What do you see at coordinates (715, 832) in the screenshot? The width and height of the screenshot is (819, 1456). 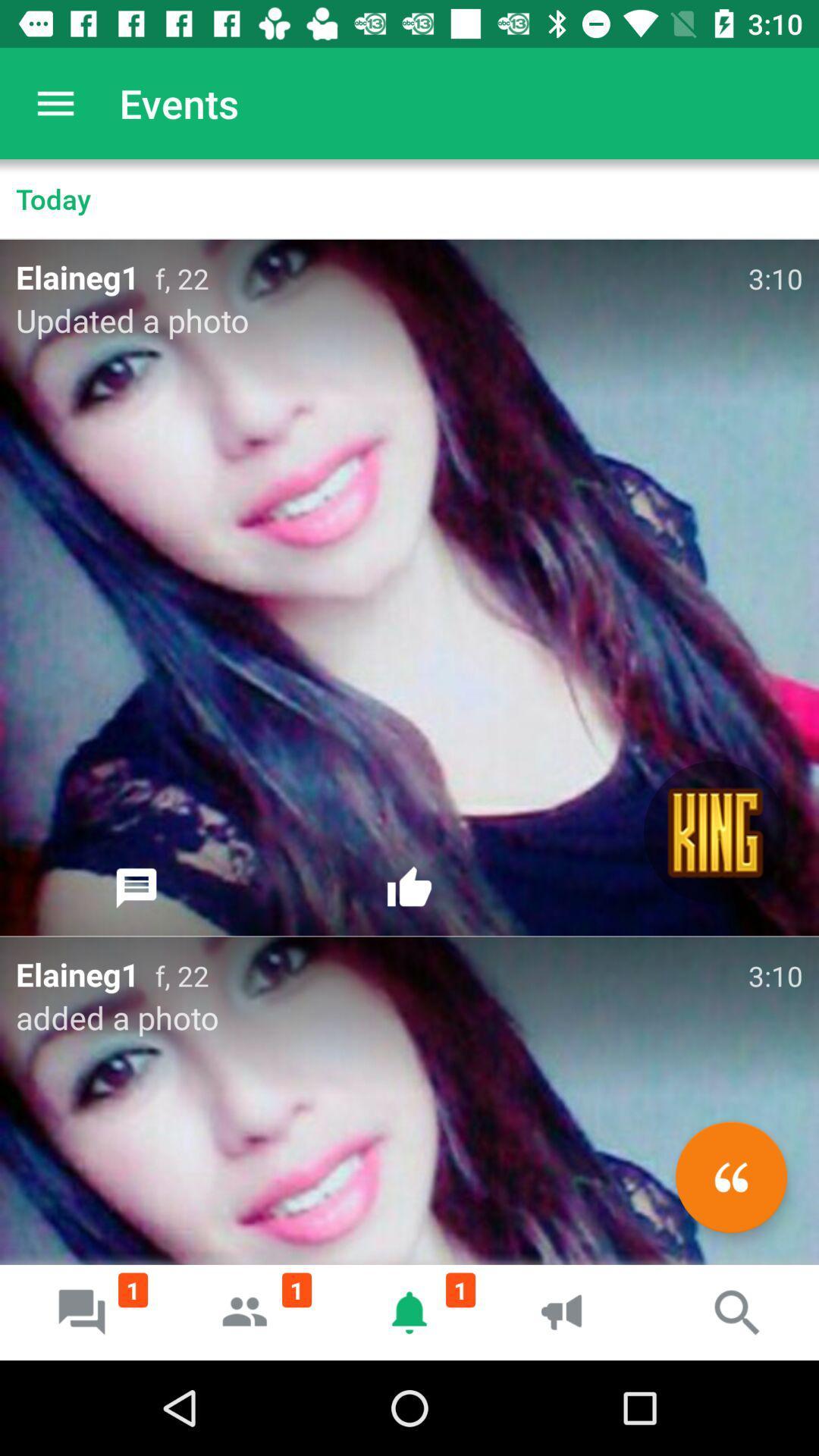 I see `the icon below f, 22 item` at bounding box center [715, 832].